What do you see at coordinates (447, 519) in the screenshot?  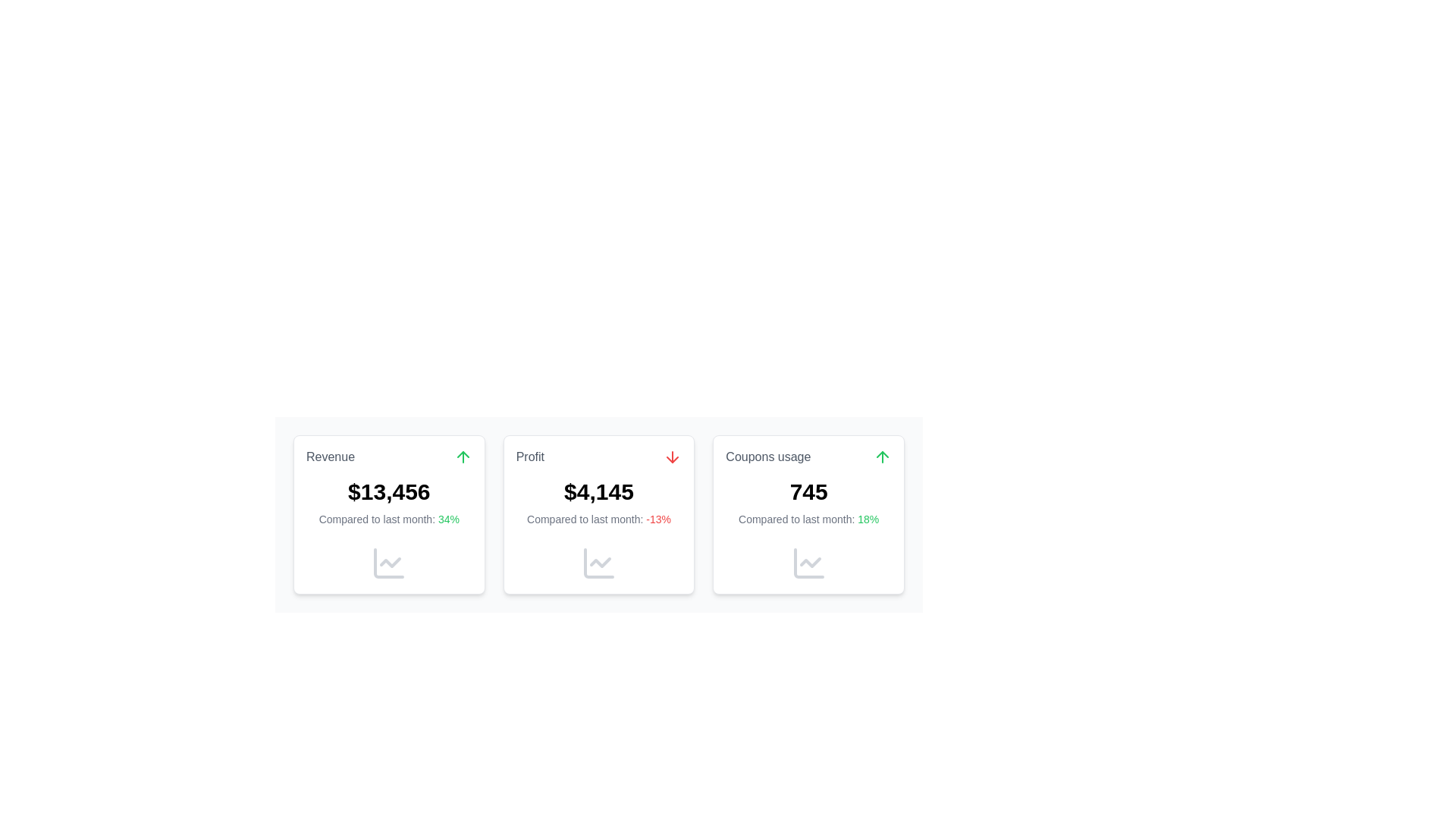 I see `text displaying the percentage increase '34%' located at the bottom of the first card, which follows the main numerical value and is part of the sentence 'Compared to last month: 34%'` at bounding box center [447, 519].